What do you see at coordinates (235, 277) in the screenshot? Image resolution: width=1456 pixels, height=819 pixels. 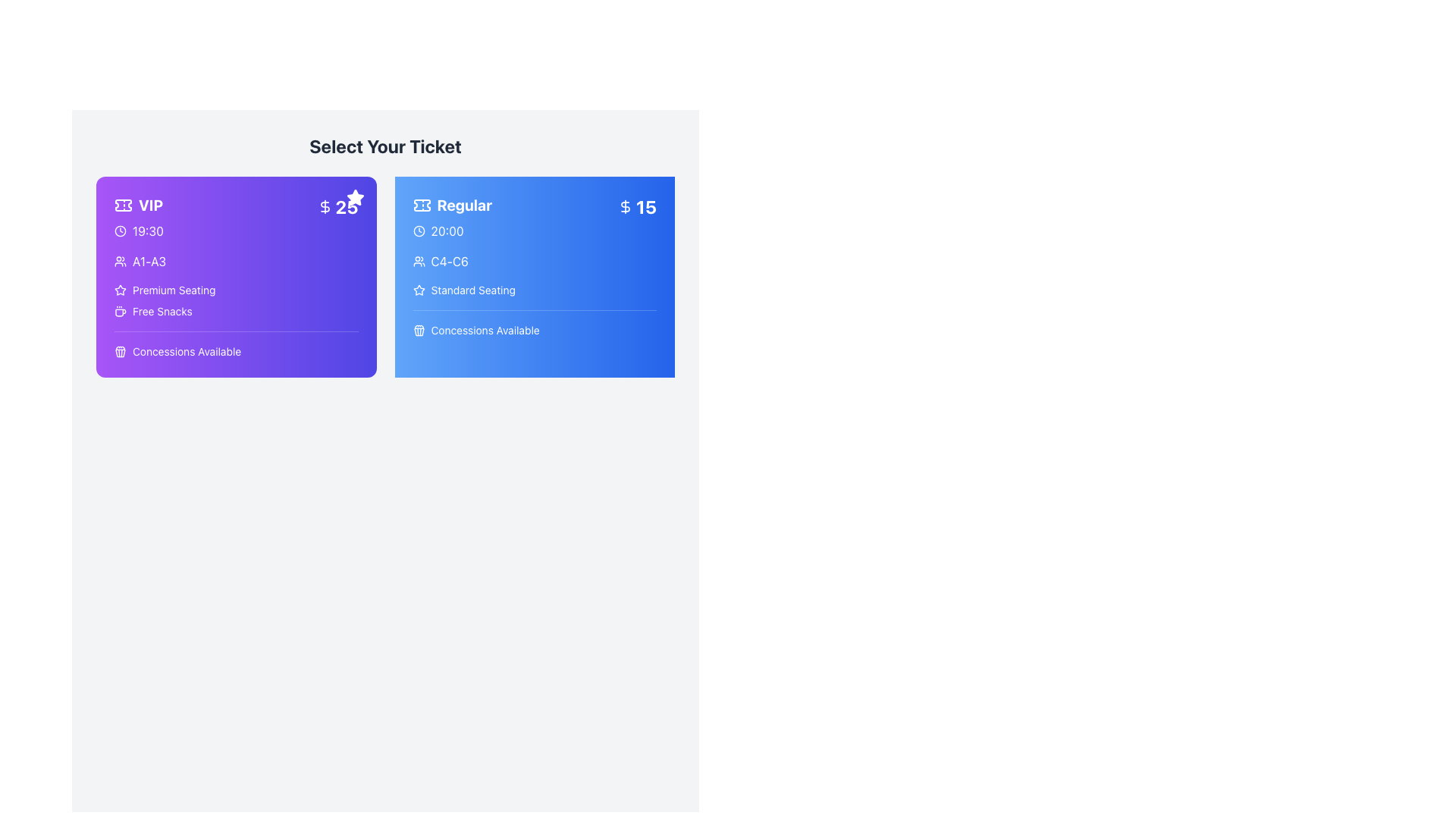 I see `the VIP ticket information card located in the top-left sector of the grid under the title 'Select Your Ticket'` at bounding box center [235, 277].